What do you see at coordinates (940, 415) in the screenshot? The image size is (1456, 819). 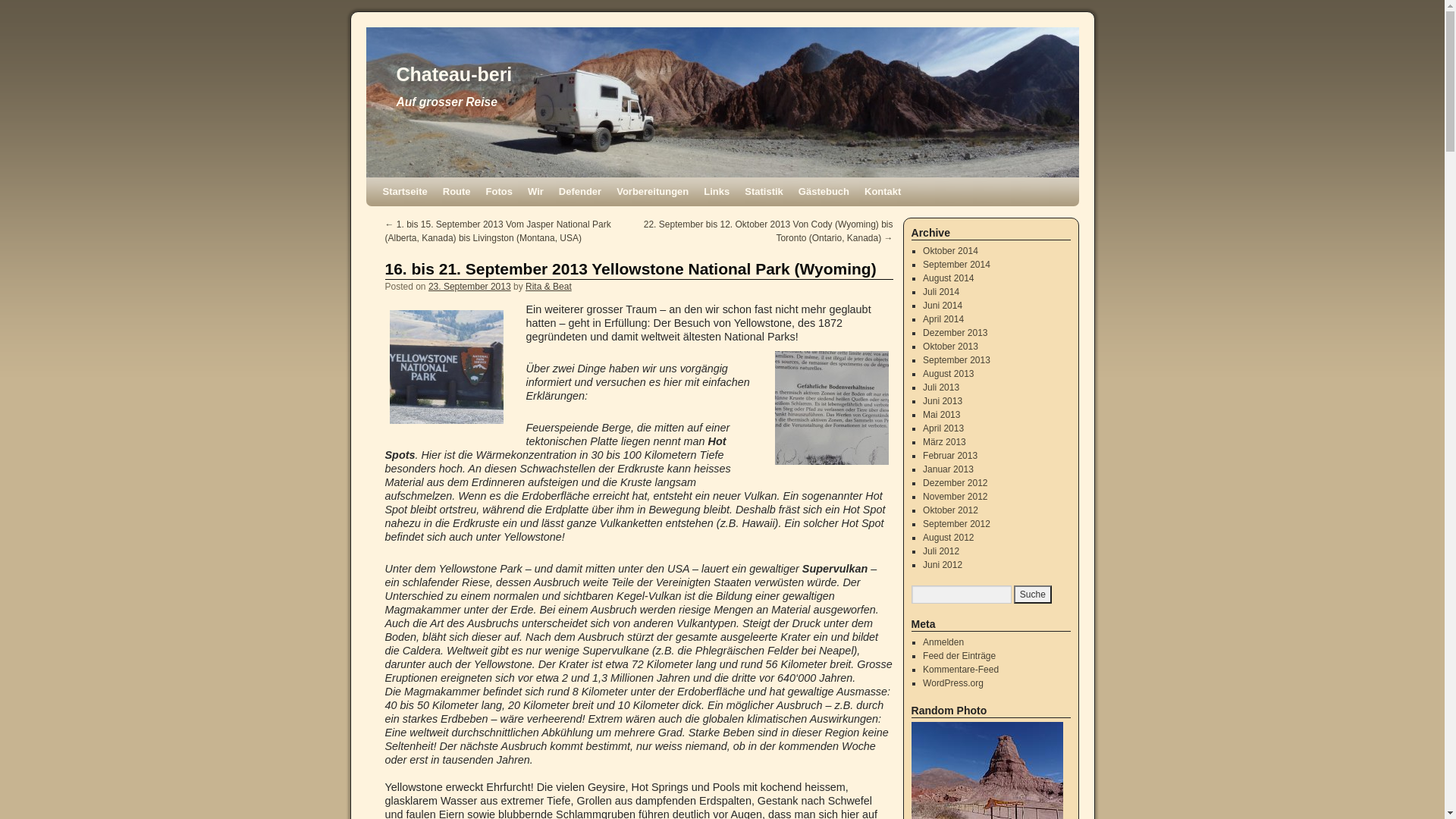 I see `'Mai 2013'` at bounding box center [940, 415].